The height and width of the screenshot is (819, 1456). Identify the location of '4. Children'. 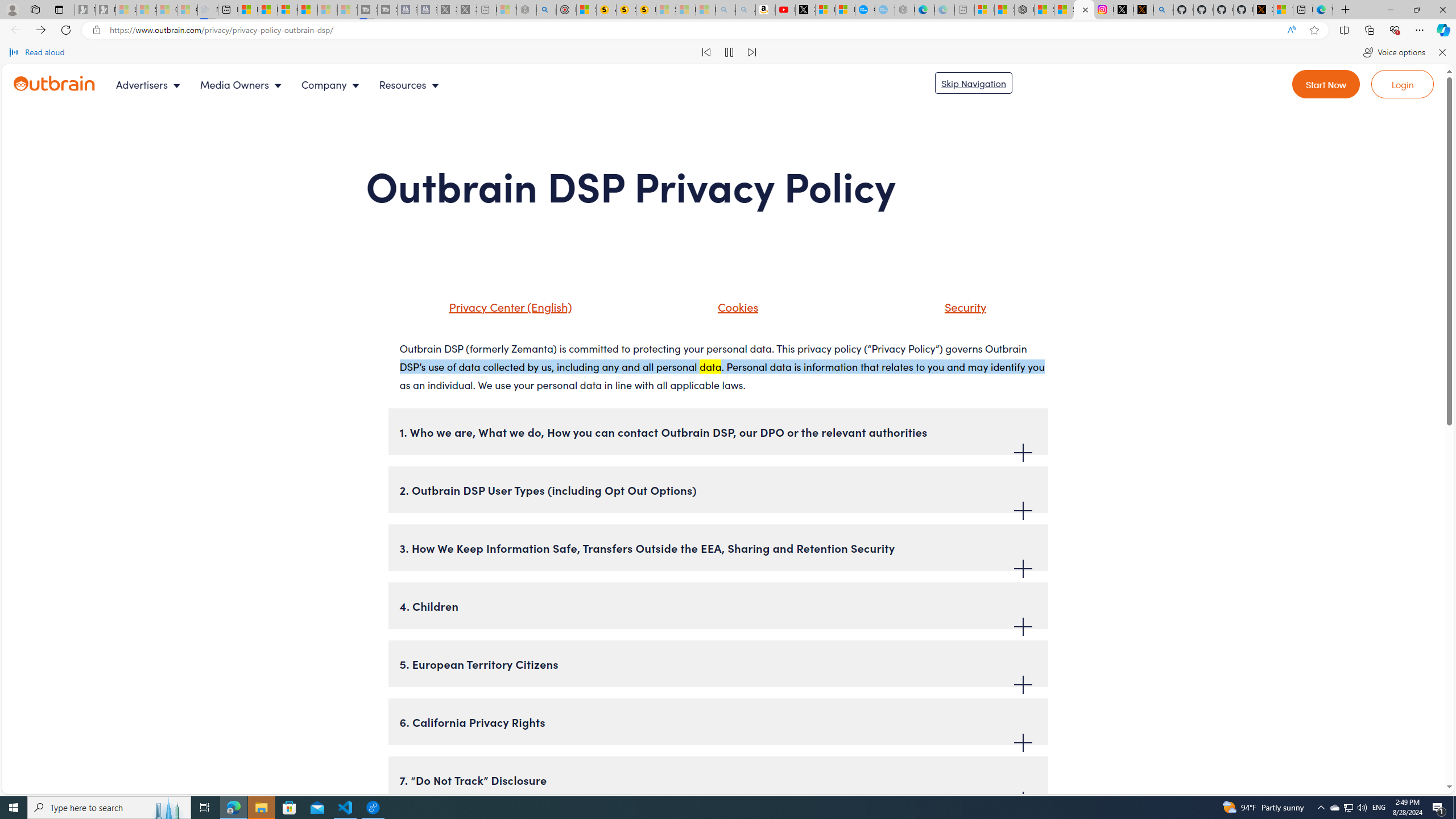
(717, 605).